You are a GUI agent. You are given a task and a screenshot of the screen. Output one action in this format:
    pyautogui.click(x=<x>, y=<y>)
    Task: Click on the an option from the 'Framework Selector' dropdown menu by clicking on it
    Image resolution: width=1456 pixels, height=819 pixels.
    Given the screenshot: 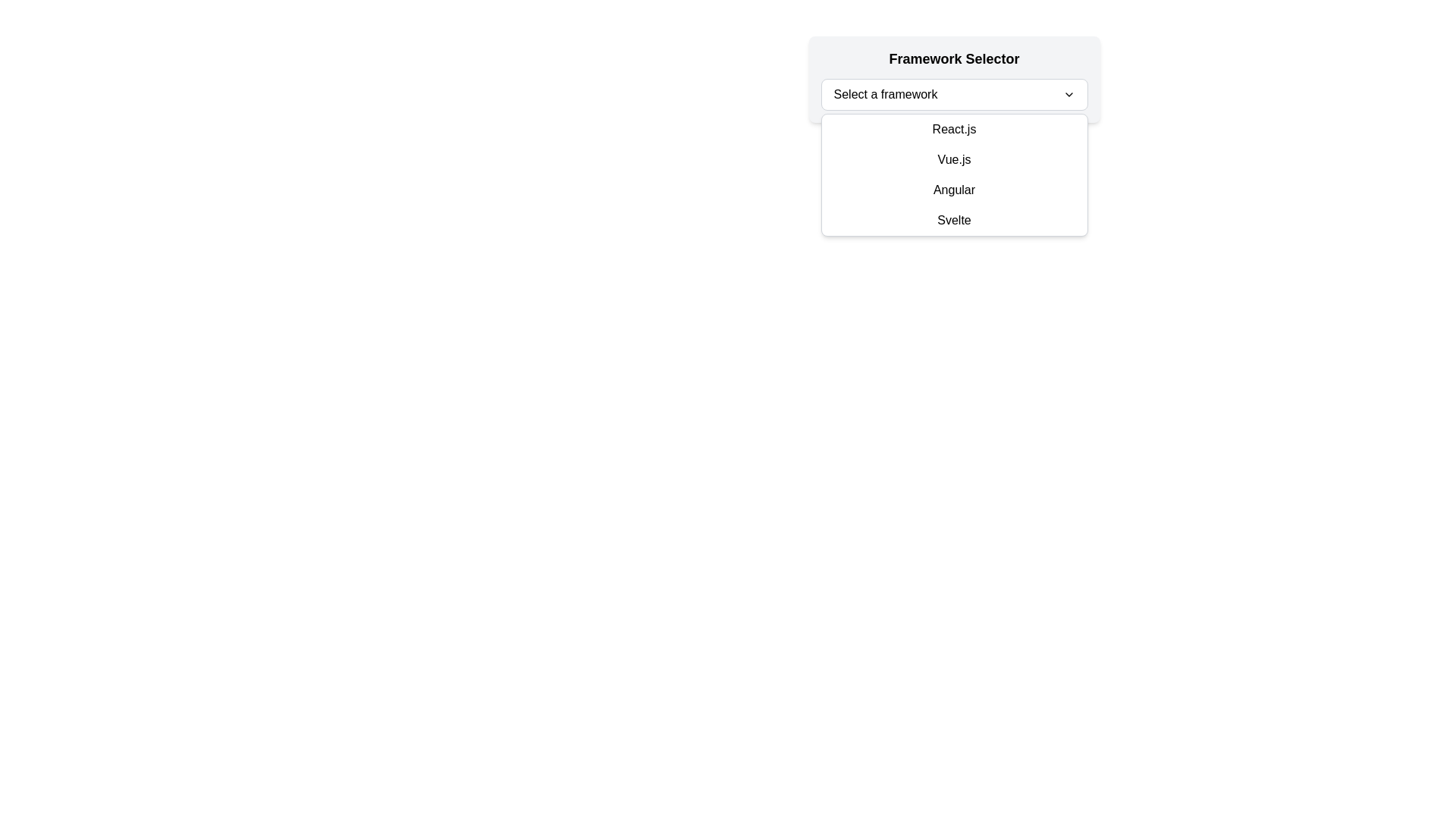 What is the action you would take?
    pyautogui.click(x=953, y=184)
    